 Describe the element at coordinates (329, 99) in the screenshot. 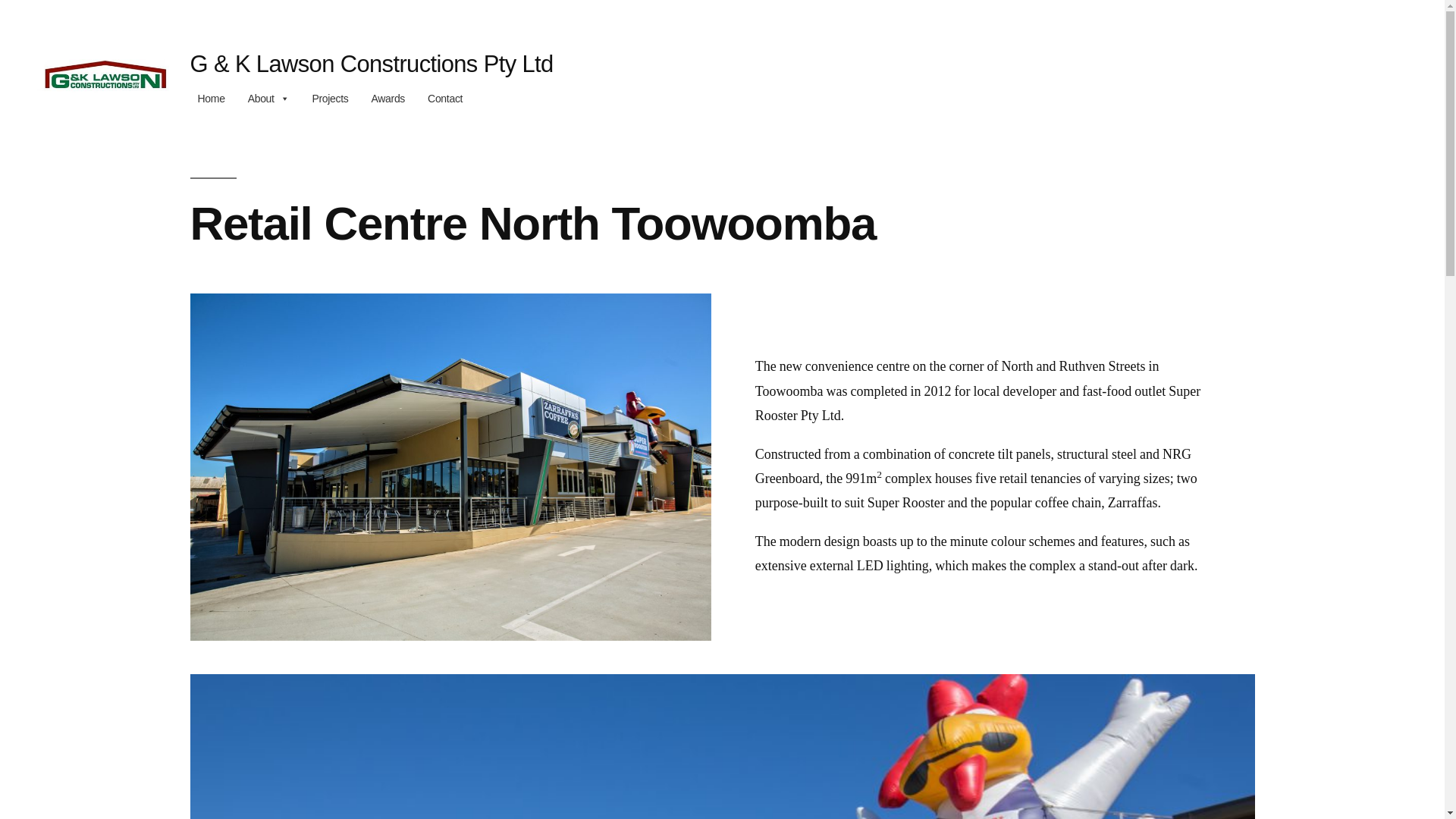

I see `'Projects'` at that location.